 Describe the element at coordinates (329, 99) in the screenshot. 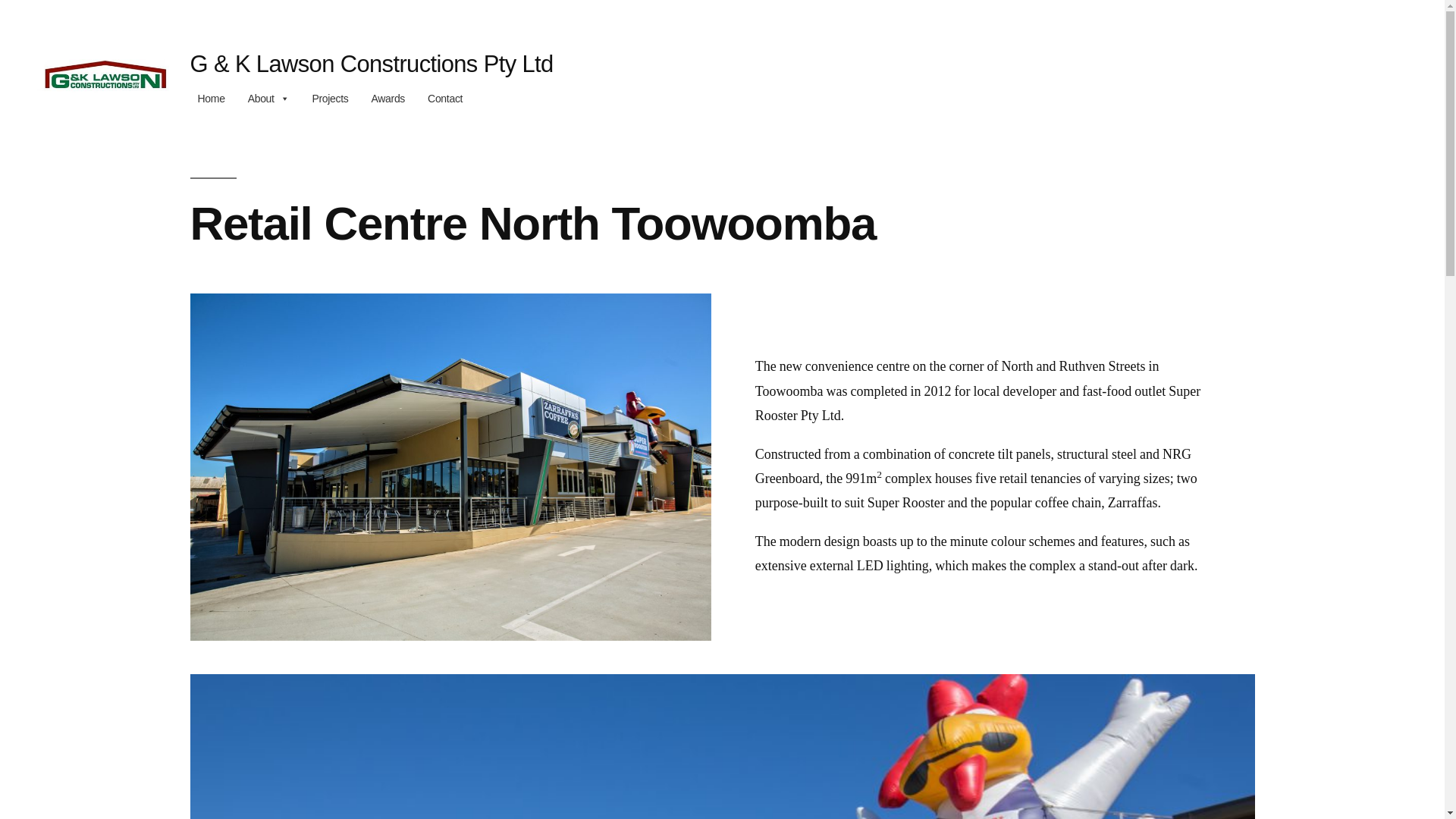

I see `'Projects'` at that location.